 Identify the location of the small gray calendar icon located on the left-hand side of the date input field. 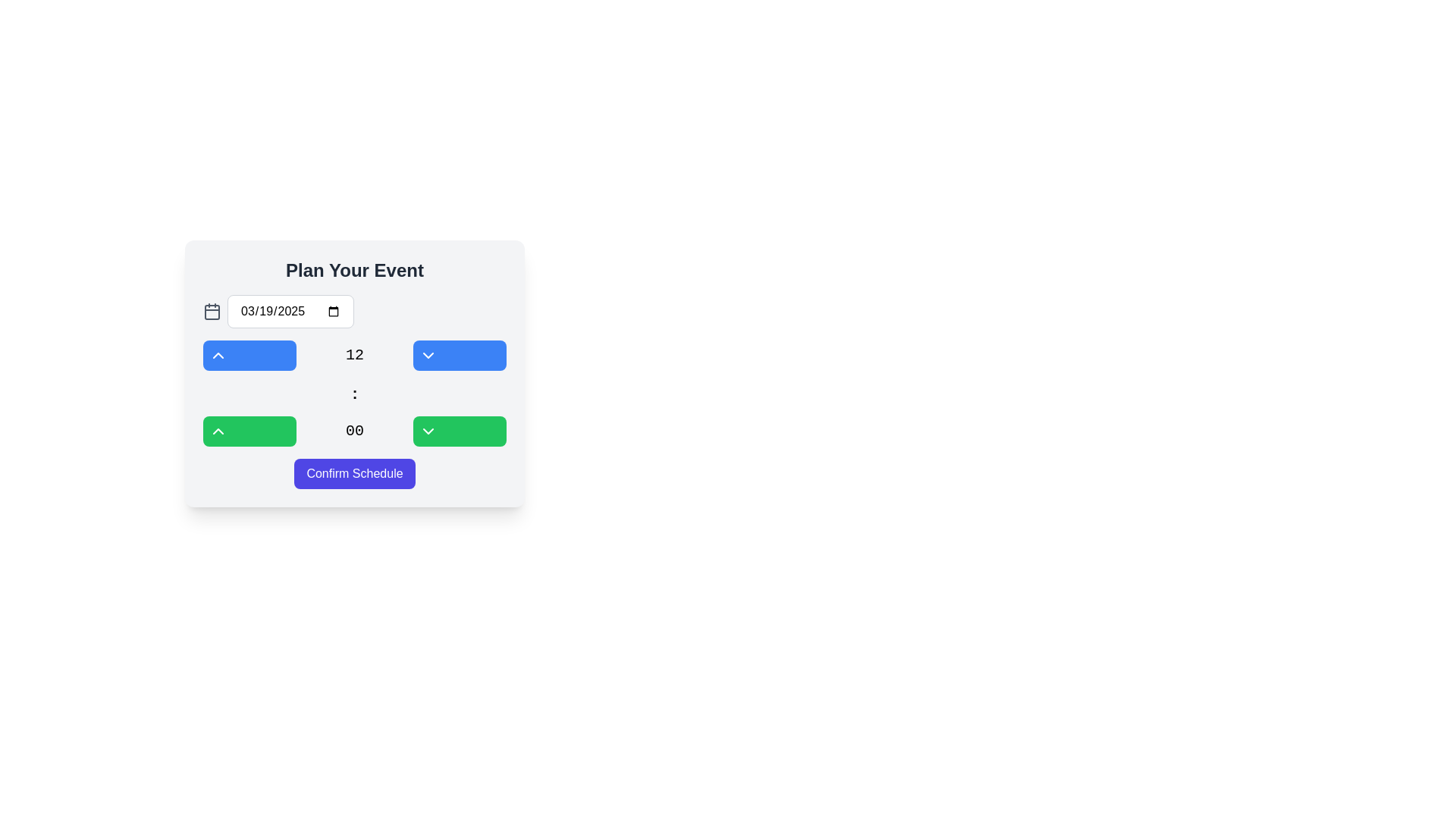
(211, 311).